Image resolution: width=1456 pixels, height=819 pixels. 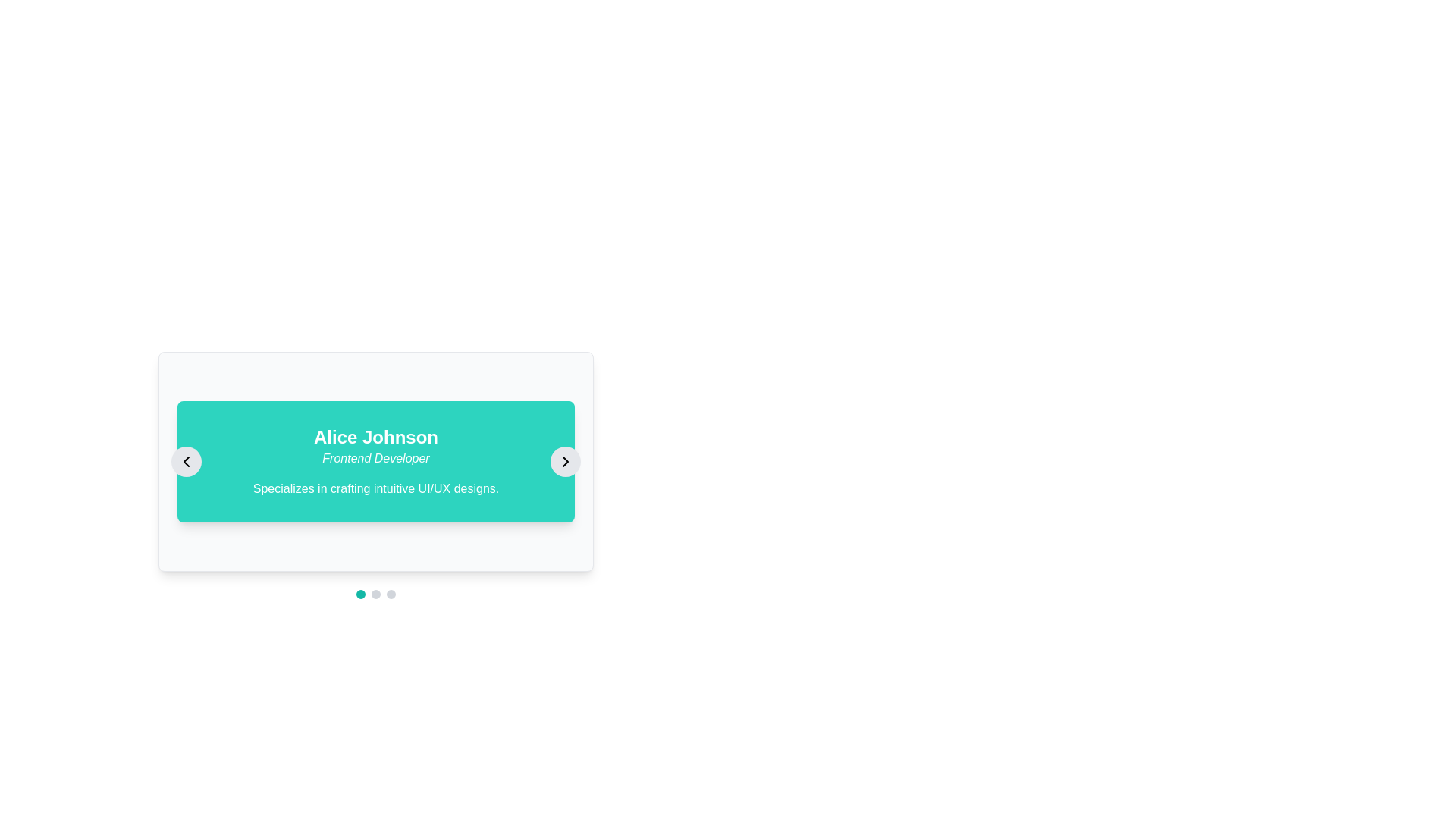 What do you see at coordinates (375, 438) in the screenshot?
I see `the headline text element that identifies the name of a person or entity, located at the top of the card above 'Frontend Developer' and 'Specializes in crafting intuitive UI/UX designs.'` at bounding box center [375, 438].